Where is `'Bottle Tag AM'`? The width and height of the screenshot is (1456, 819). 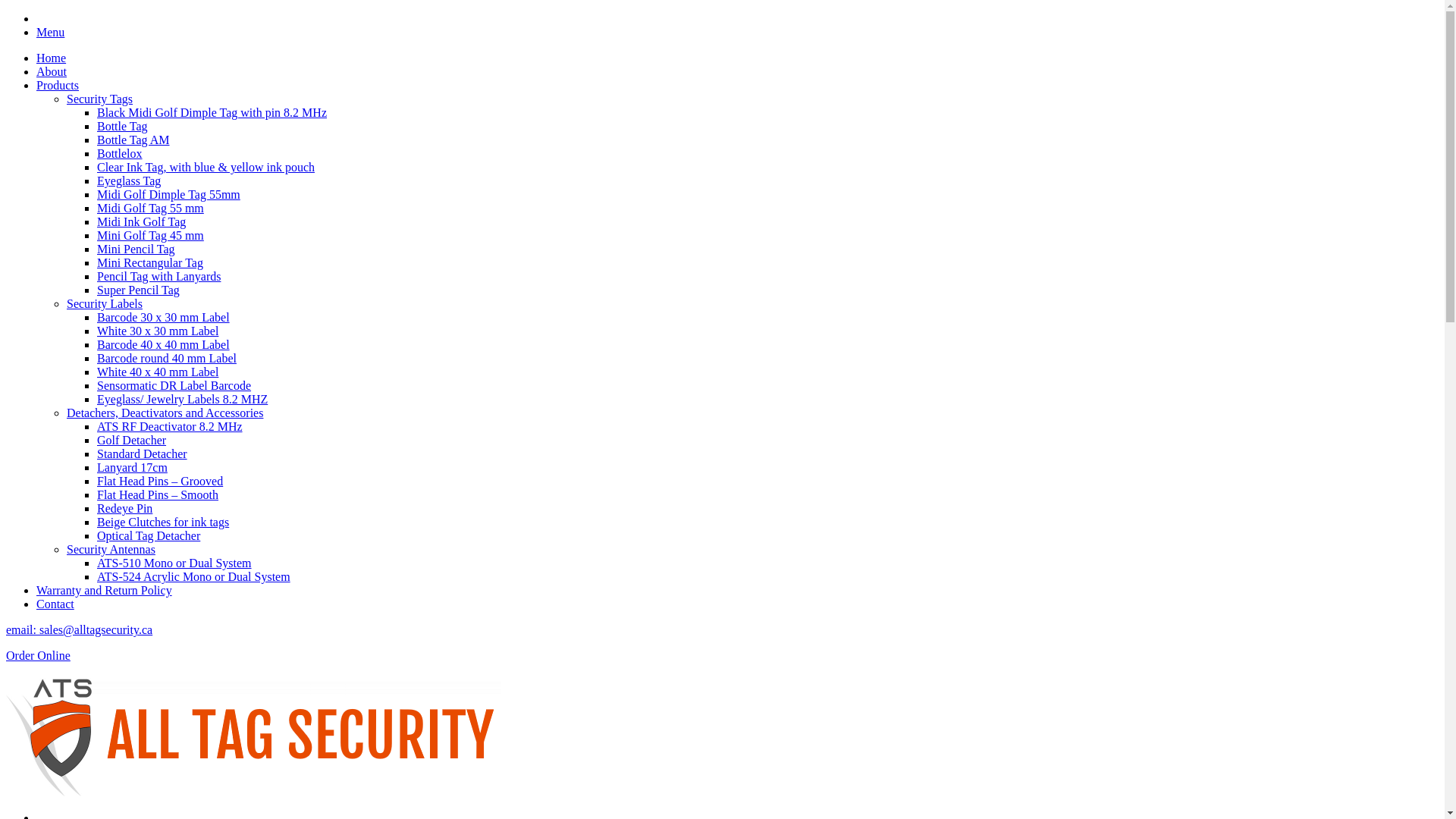 'Bottle Tag AM' is located at coordinates (133, 140).